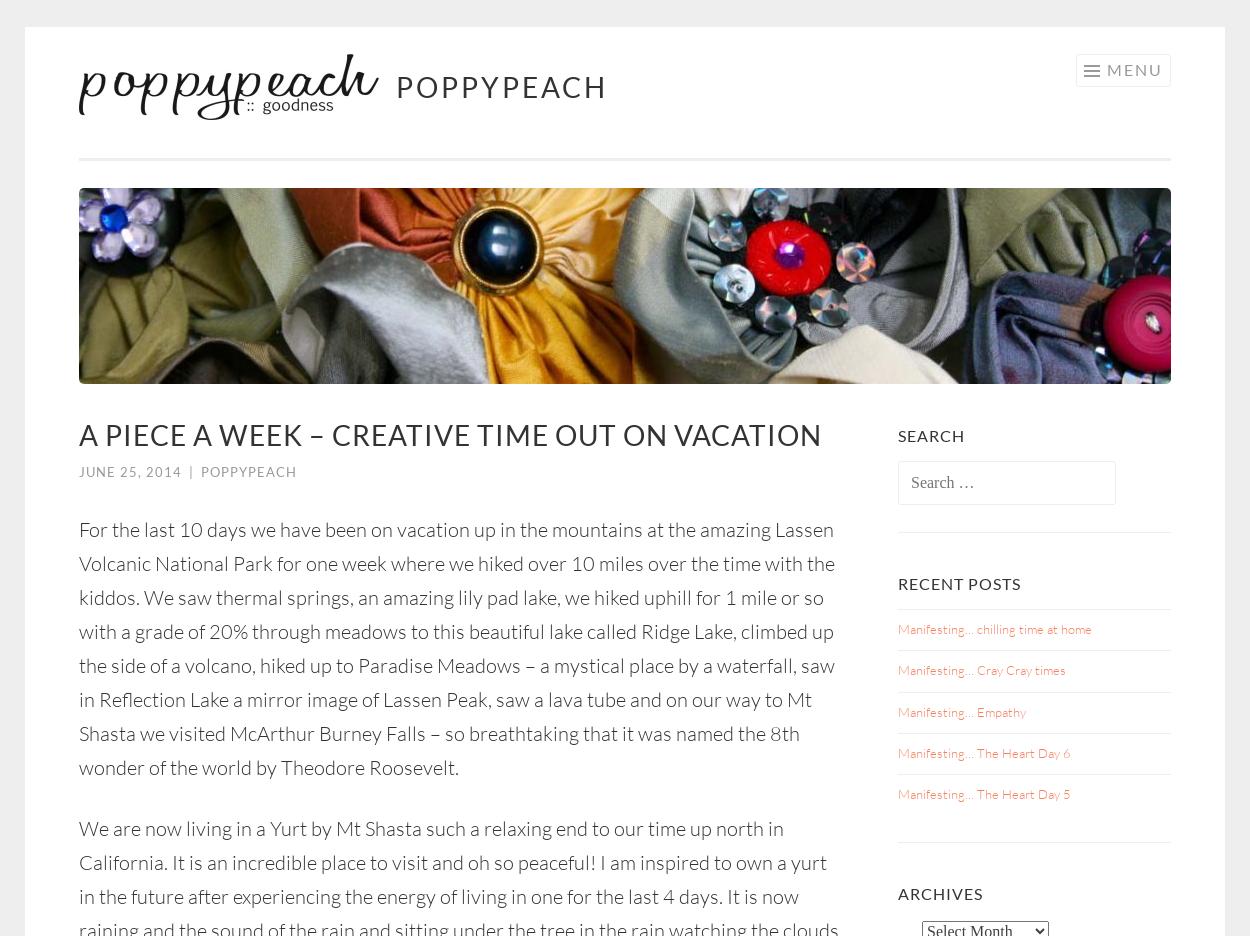 The height and width of the screenshot is (936, 1250). Describe the element at coordinates (78, 471) in the screenshot. I see `'June 25, 2014'` at that location.